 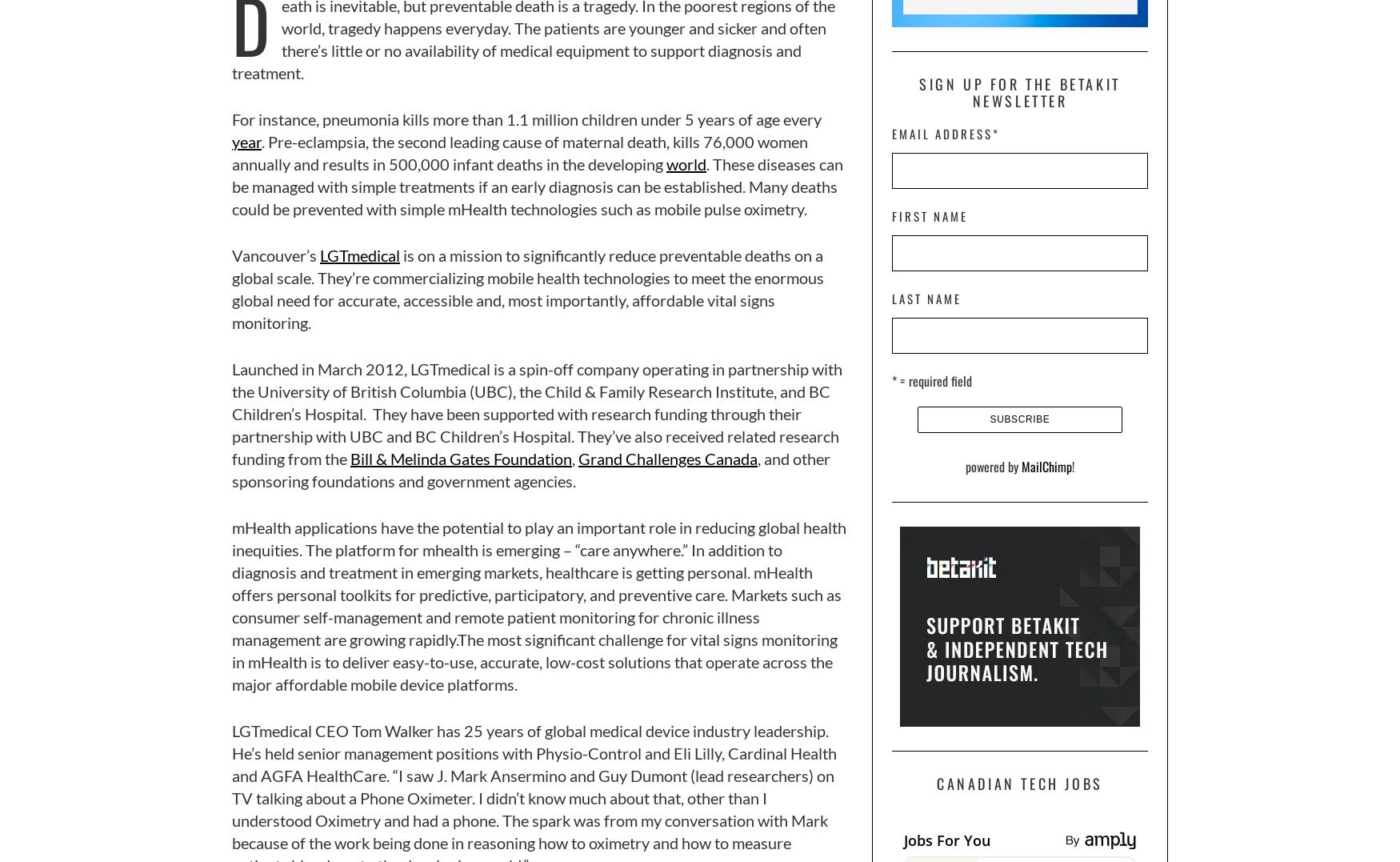 What do you see at coordinates (992, 132) in the screenshot?
I see `'*'` at bounding box center [992, 132].